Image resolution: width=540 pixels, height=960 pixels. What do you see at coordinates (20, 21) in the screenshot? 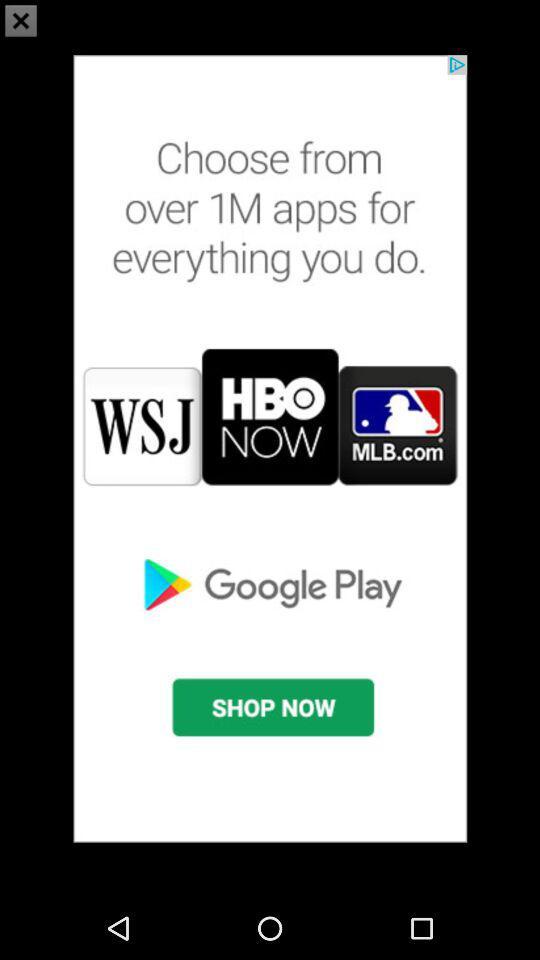
I see `the close icon` at bounding box center [20, 21].